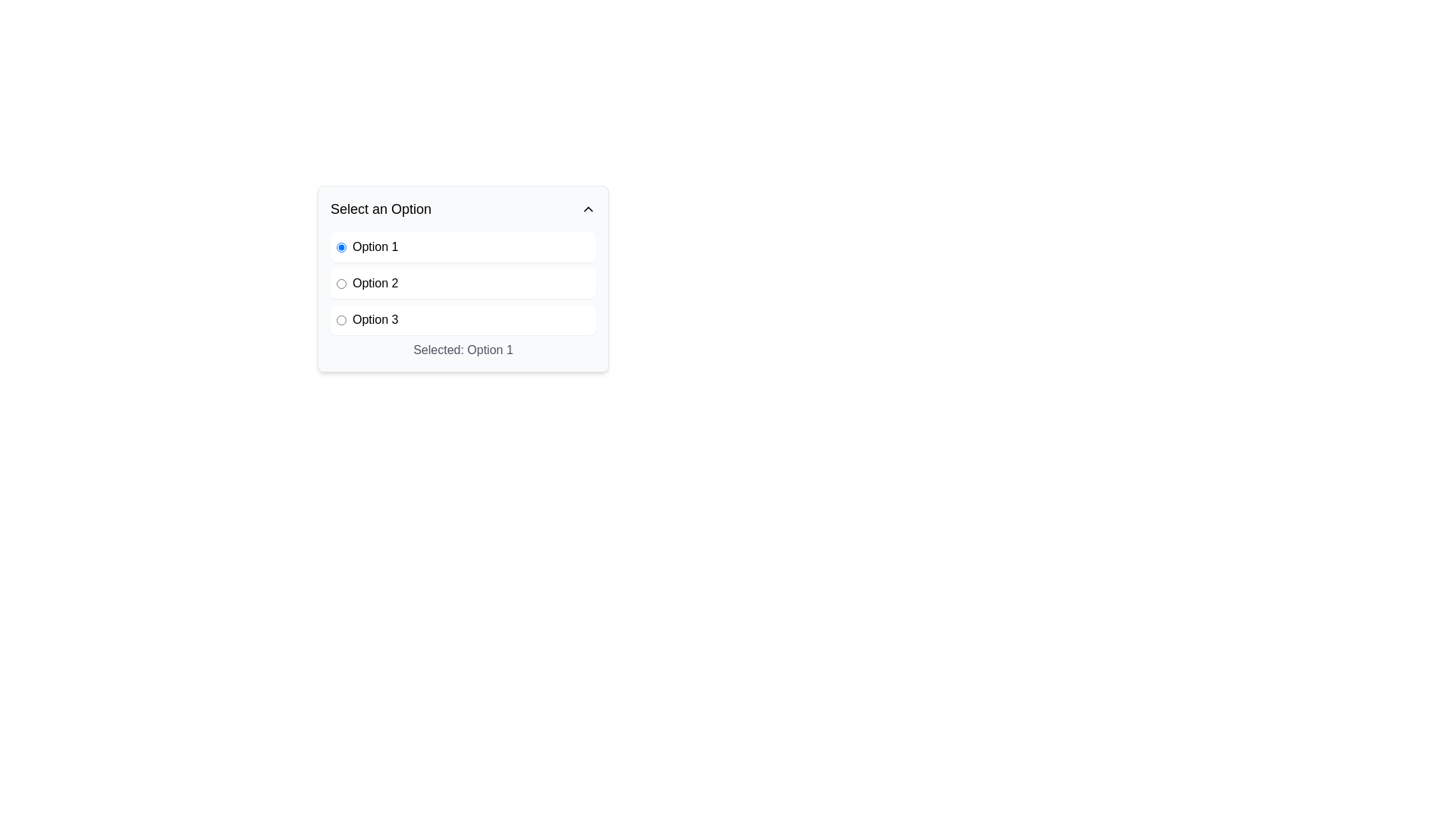 The width and height of the screenshot is (1456, 819). Describe the element at coordinates (340, 318) in the screenshot. I see `the 'Option 3' radio button by navigating to it` at that location.